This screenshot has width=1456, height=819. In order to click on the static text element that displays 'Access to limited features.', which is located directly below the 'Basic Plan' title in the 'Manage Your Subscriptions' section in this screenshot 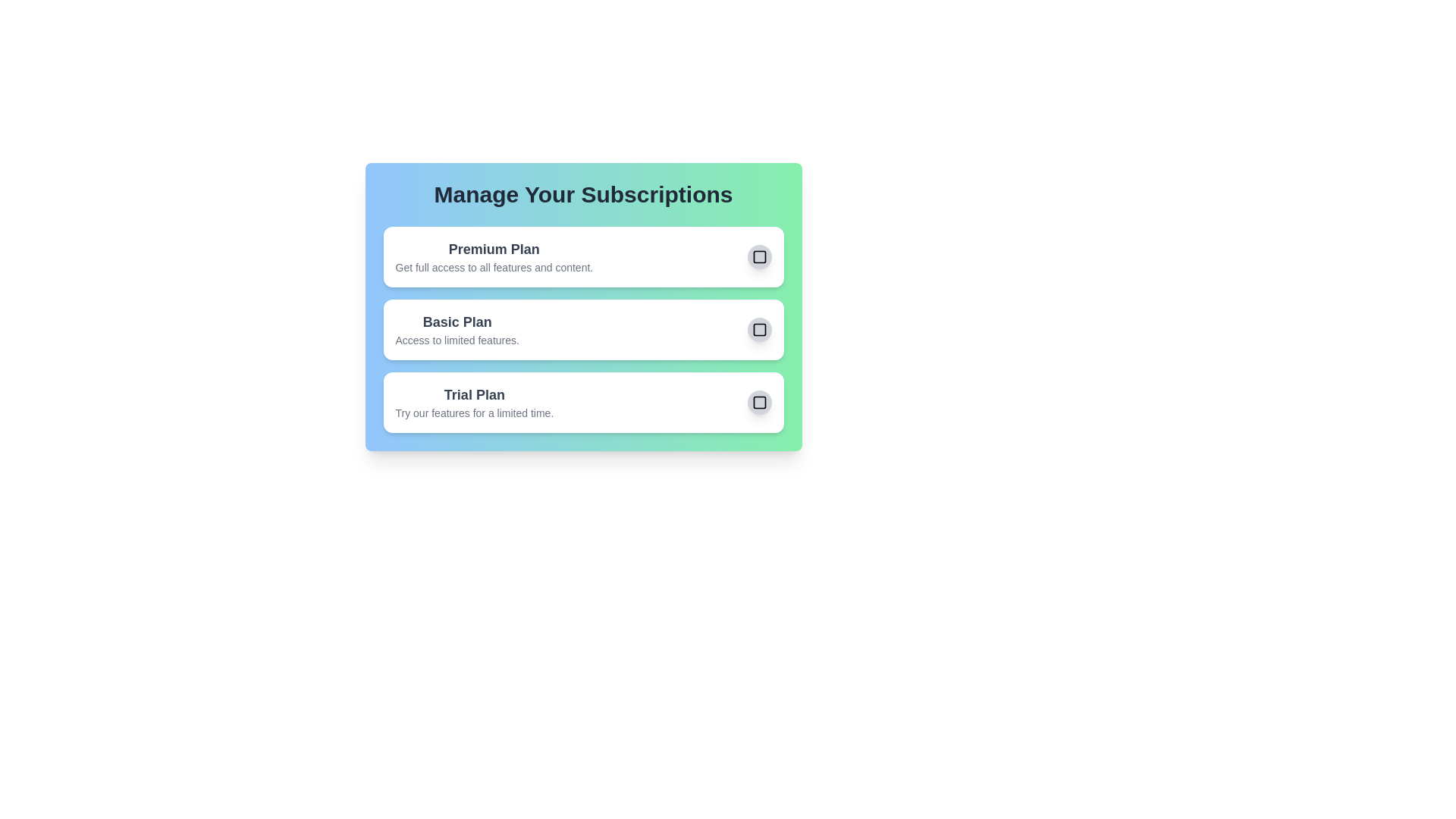, I will do `click(457, 339)`.